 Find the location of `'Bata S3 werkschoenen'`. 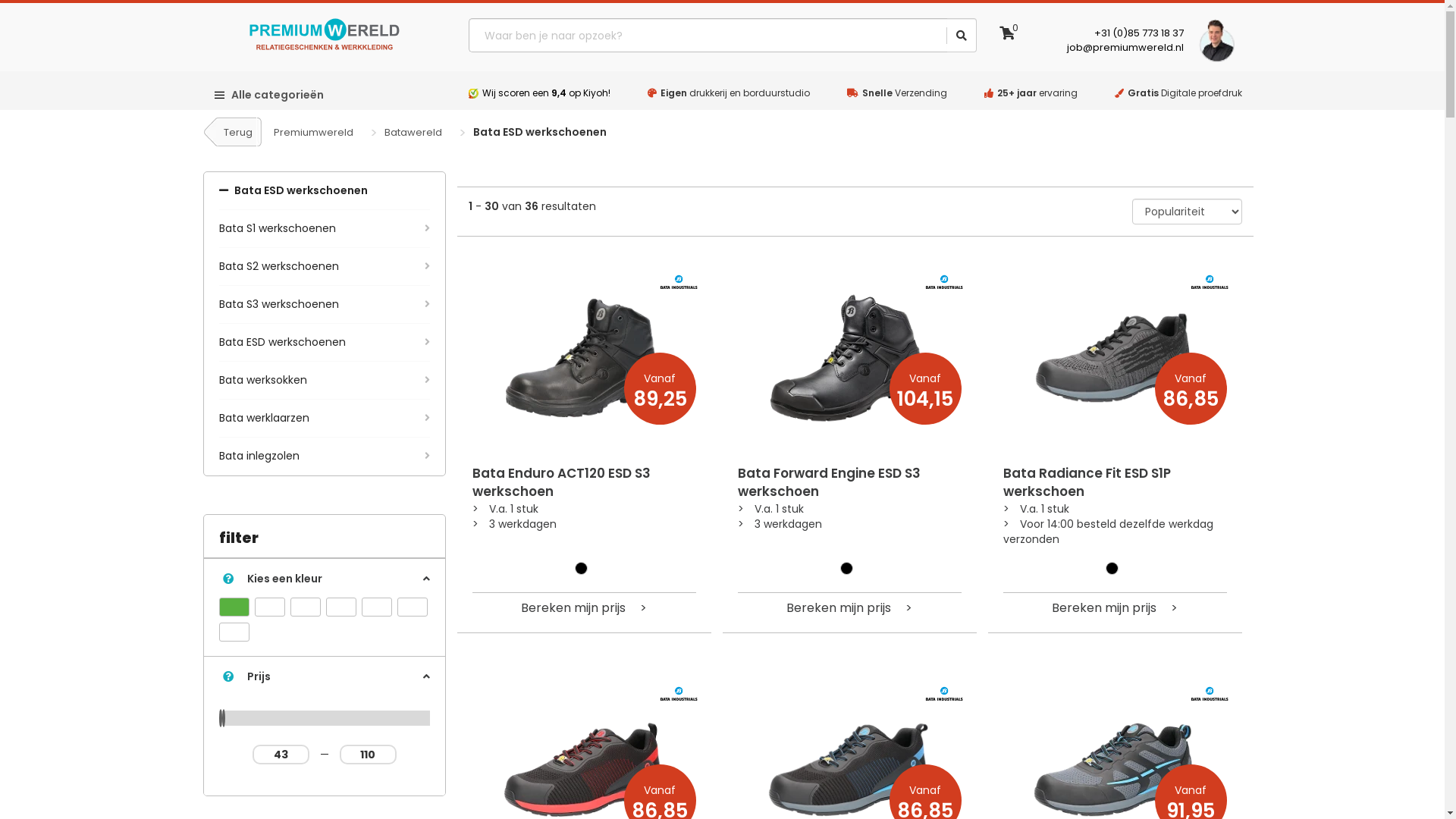

'Bata S3 werkschoenen' is located at coordinates (323, 304).